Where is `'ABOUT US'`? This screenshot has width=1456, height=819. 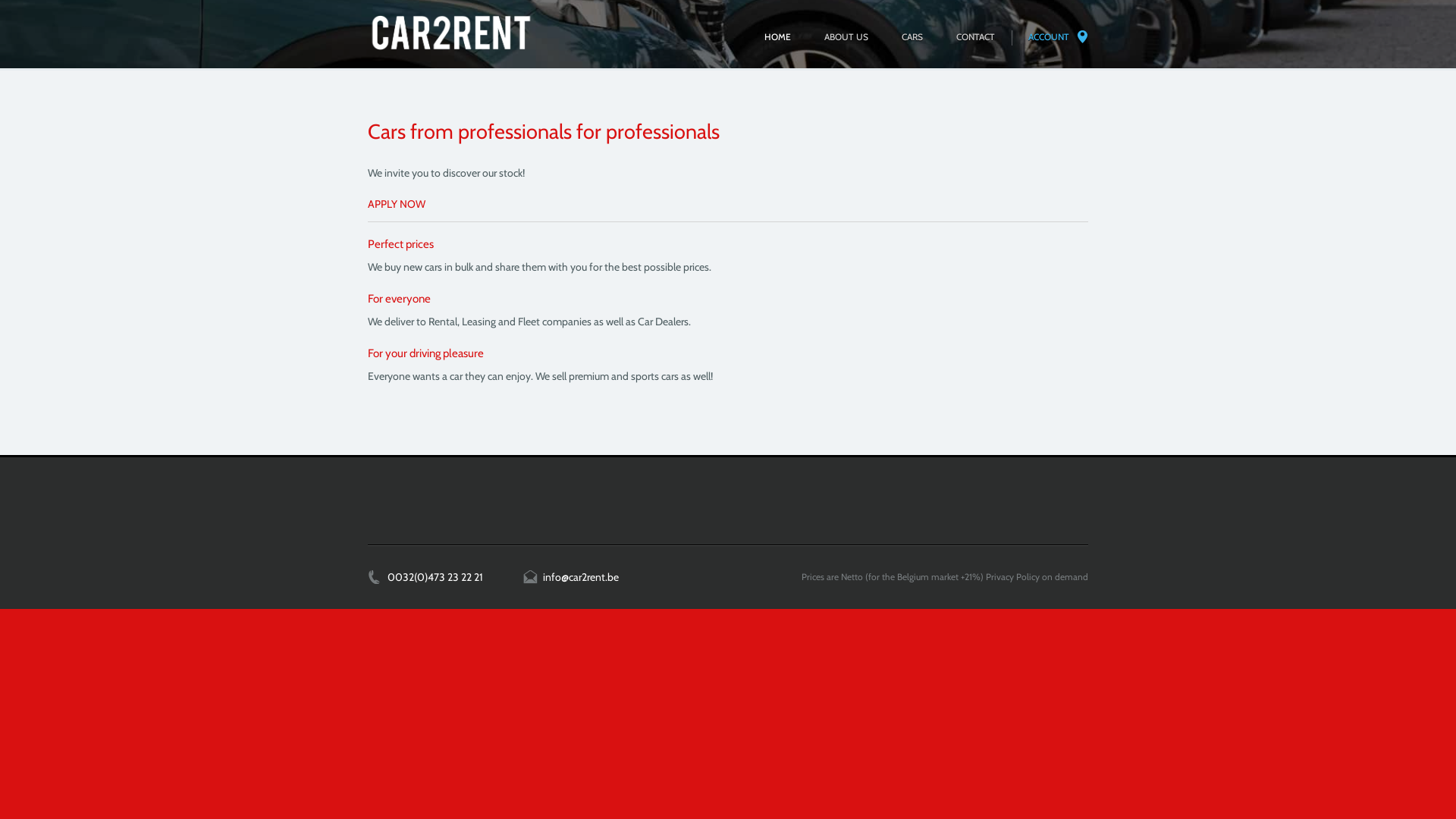 'ABOUT US' is located at coordinates (846, 37).